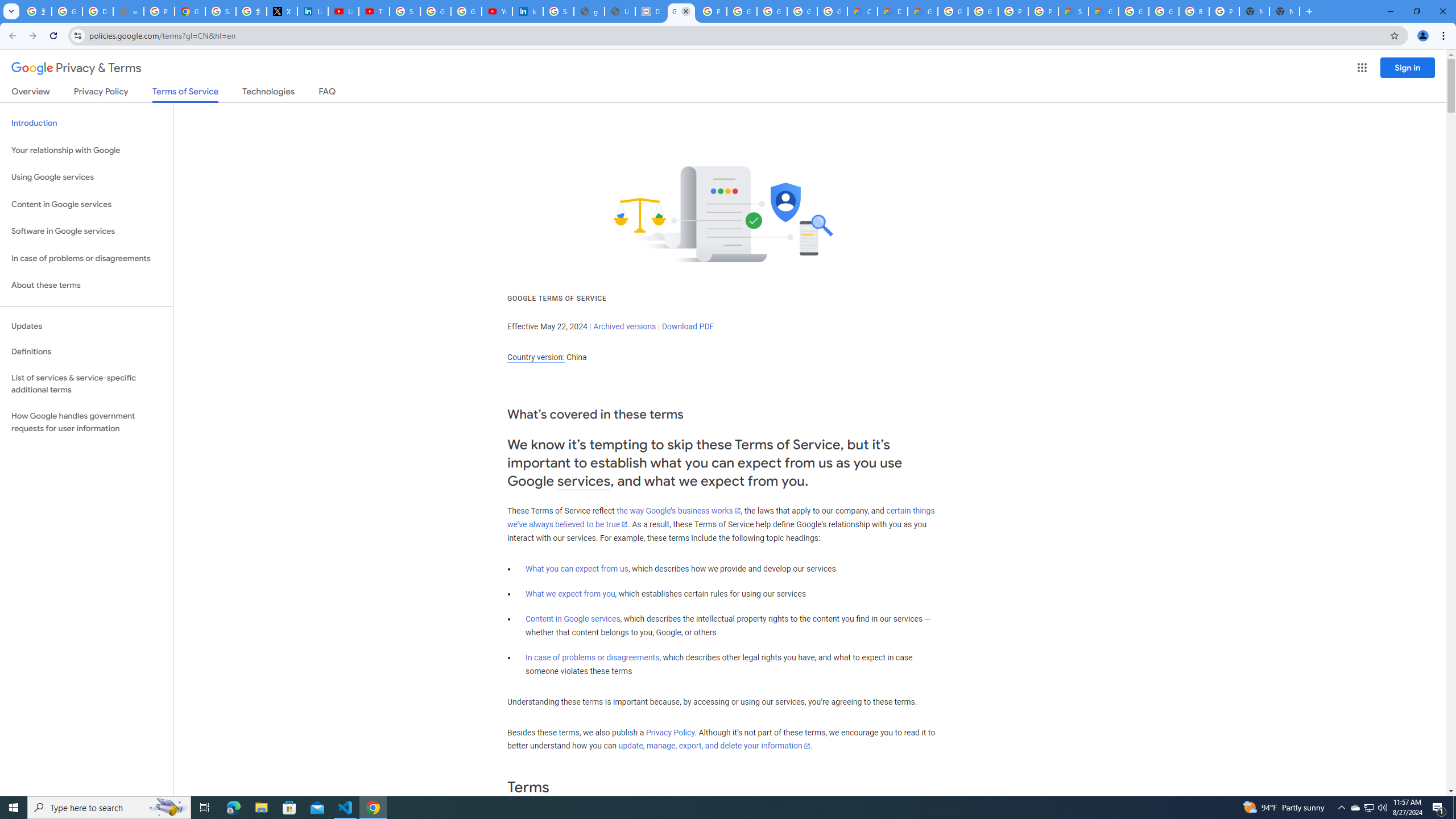 This screenshot has height=819, width=1456. Describe the element at coordinates (953, 11) in the screenshot. I see `'Google Cloud Platform'` at that location.